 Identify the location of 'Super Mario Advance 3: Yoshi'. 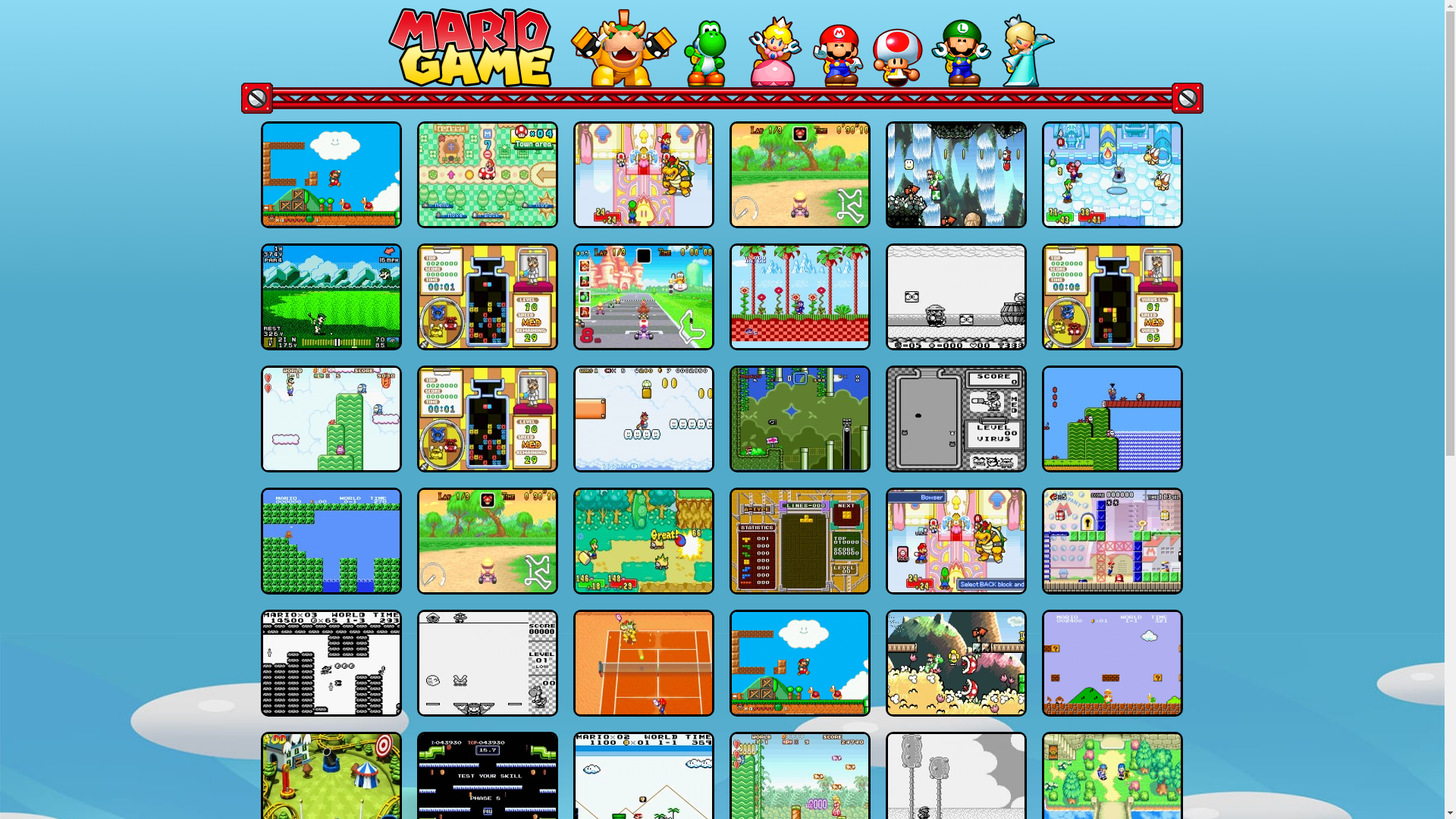
(955, 661).